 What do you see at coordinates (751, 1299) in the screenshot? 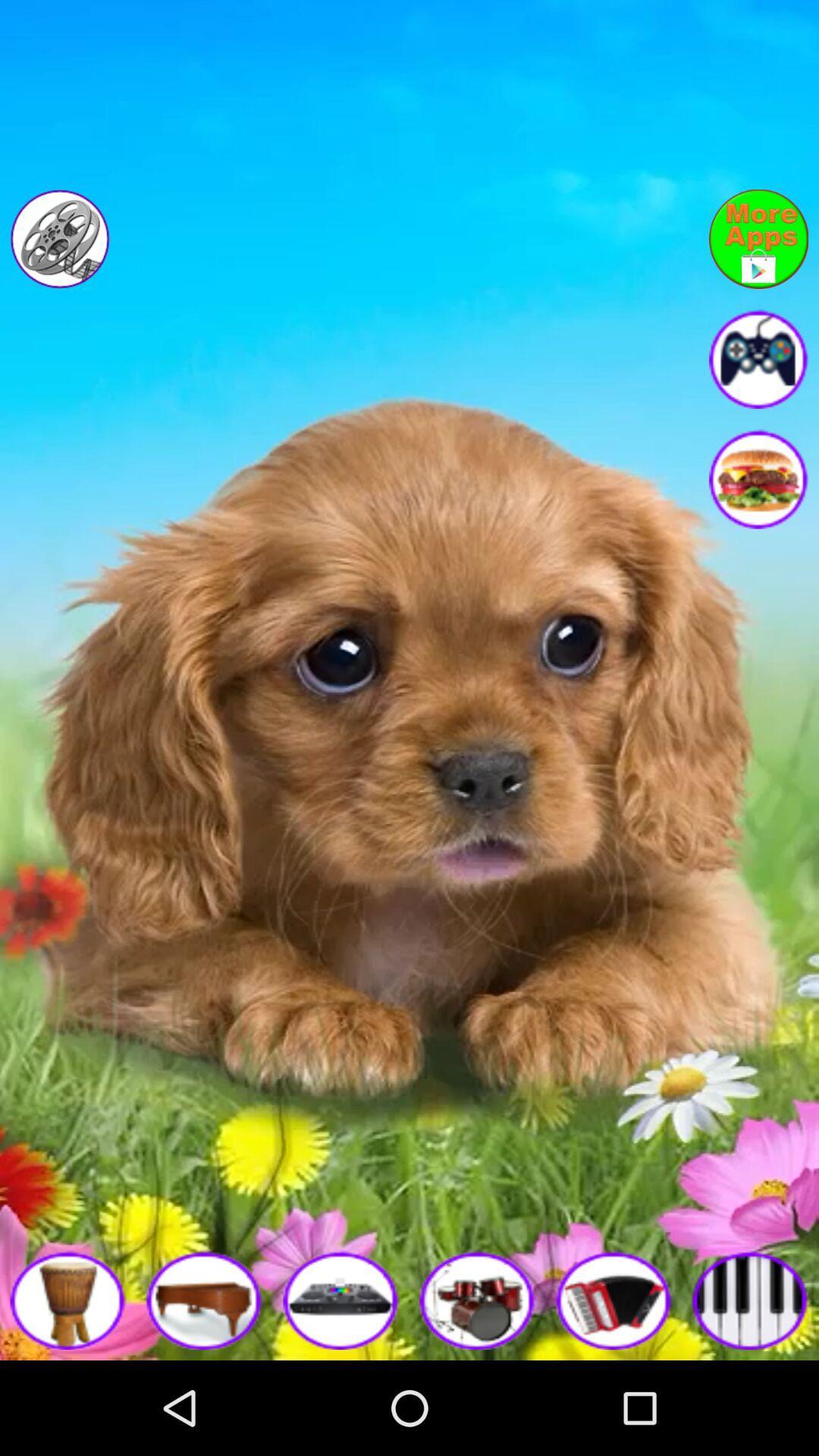
I see `piano` at bounding box center [751, 1299].